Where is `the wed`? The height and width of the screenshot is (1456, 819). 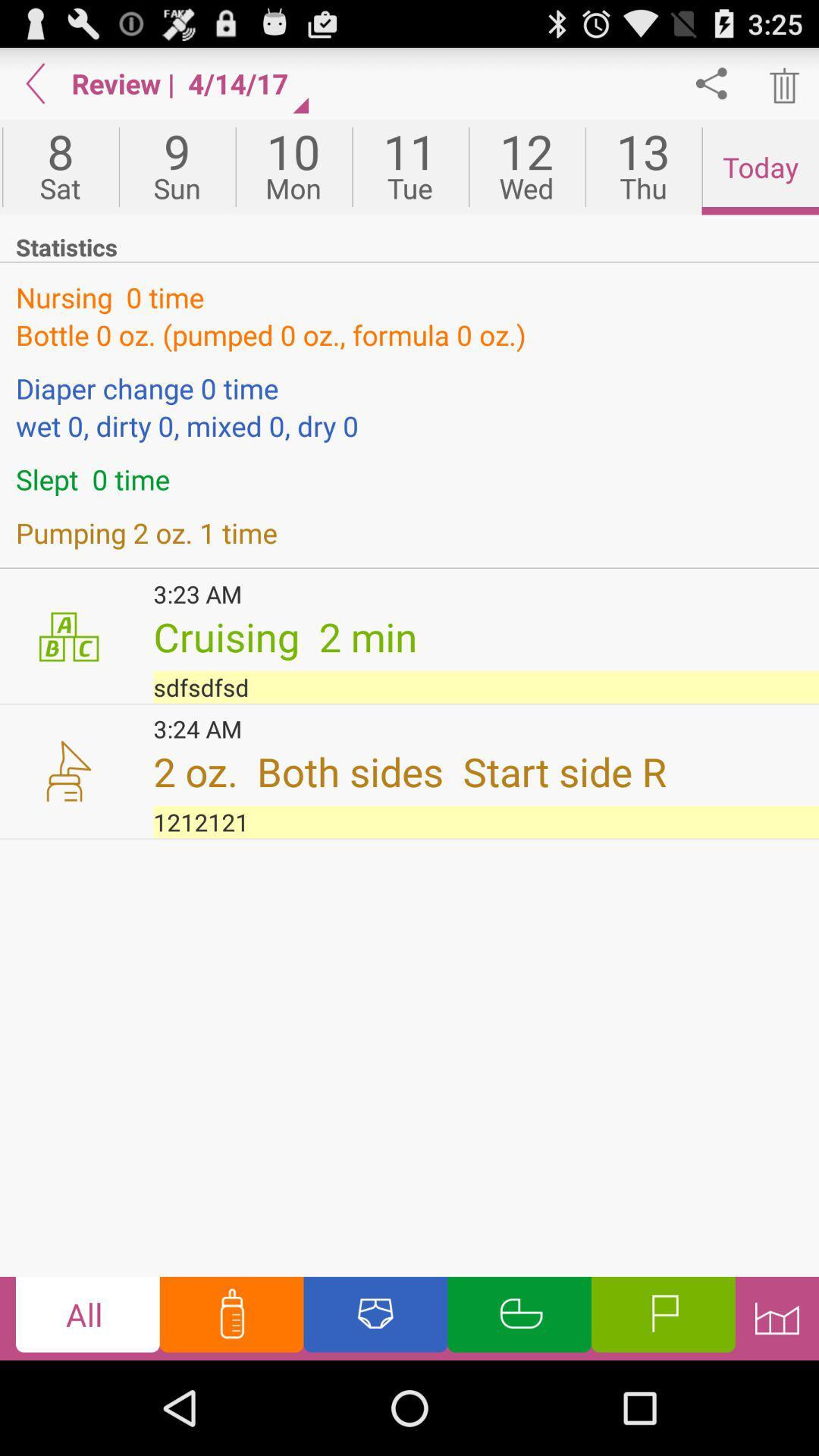 the wed is located at coordinates (526, 167).